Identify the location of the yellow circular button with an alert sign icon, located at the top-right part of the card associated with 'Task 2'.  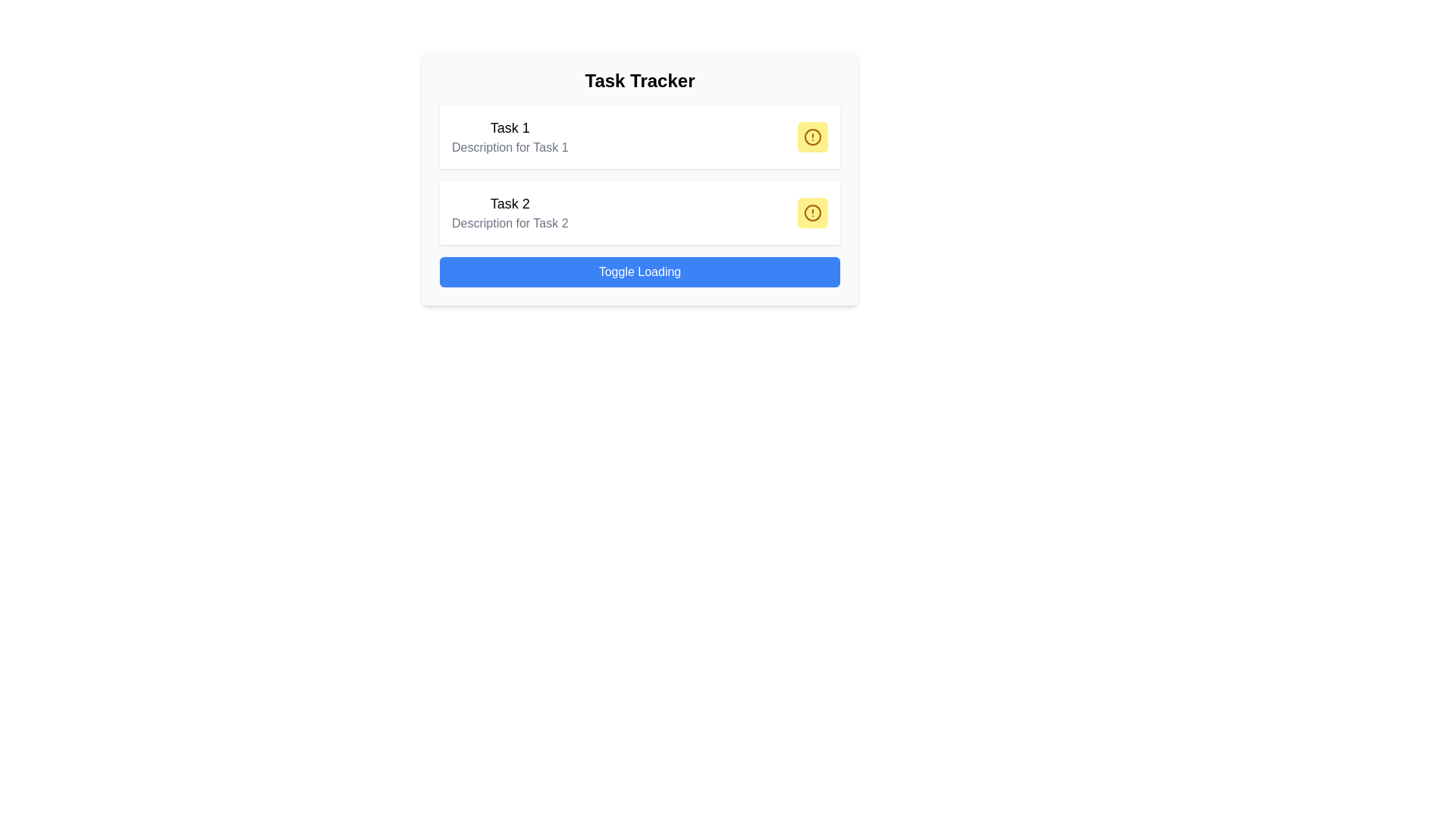
(811, 213).